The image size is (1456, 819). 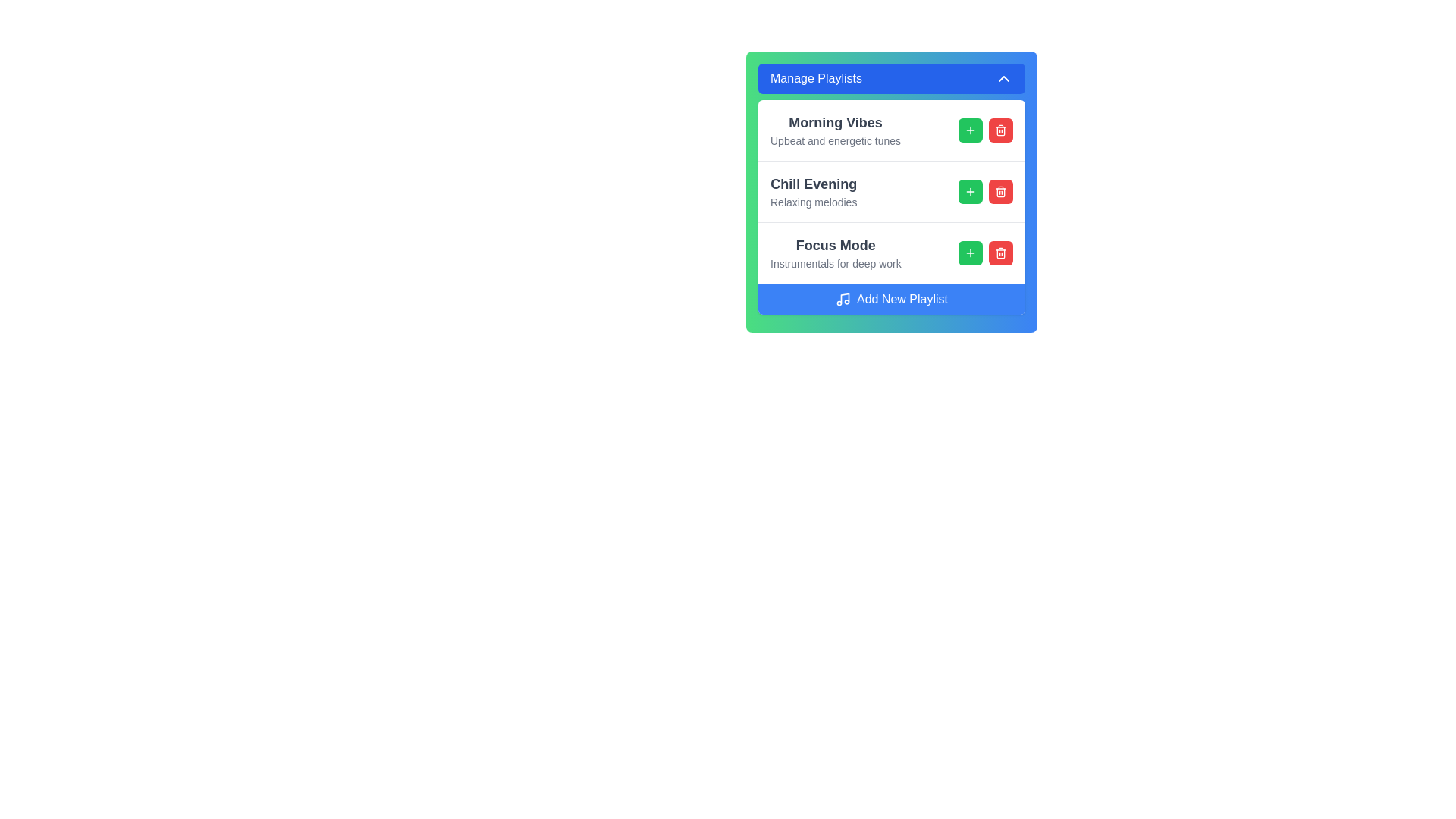 What do you see at coordinates (971, 130) in the screenshot?
I see `the small green button with a white plus sign located in the 'Morning Vibes' row` at bounding box center [971, 130].